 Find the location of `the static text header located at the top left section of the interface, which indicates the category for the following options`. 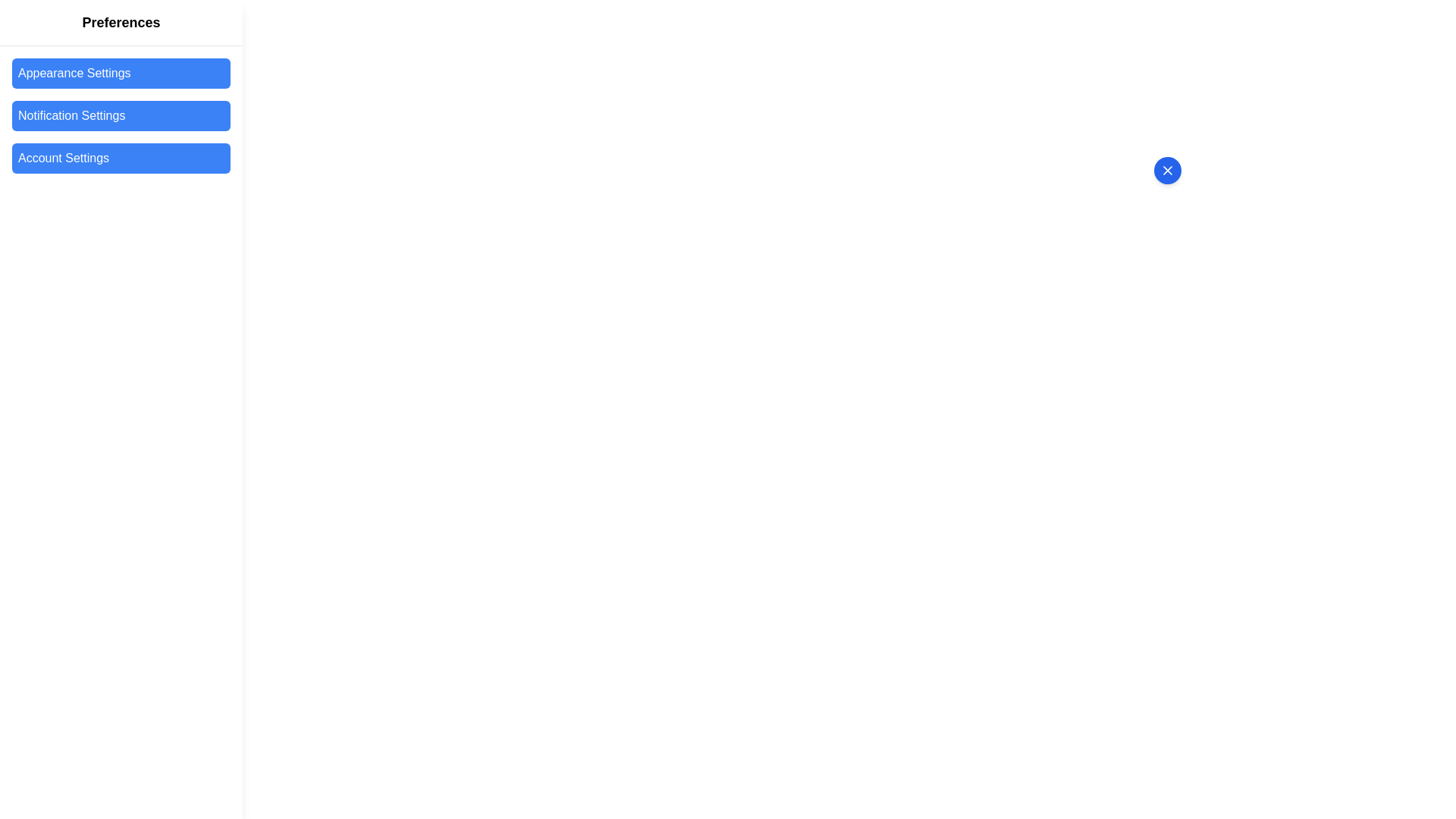

the static text header located at the top left section of the interface, which indicates the category for the following options is located at coordinates (120, 23).